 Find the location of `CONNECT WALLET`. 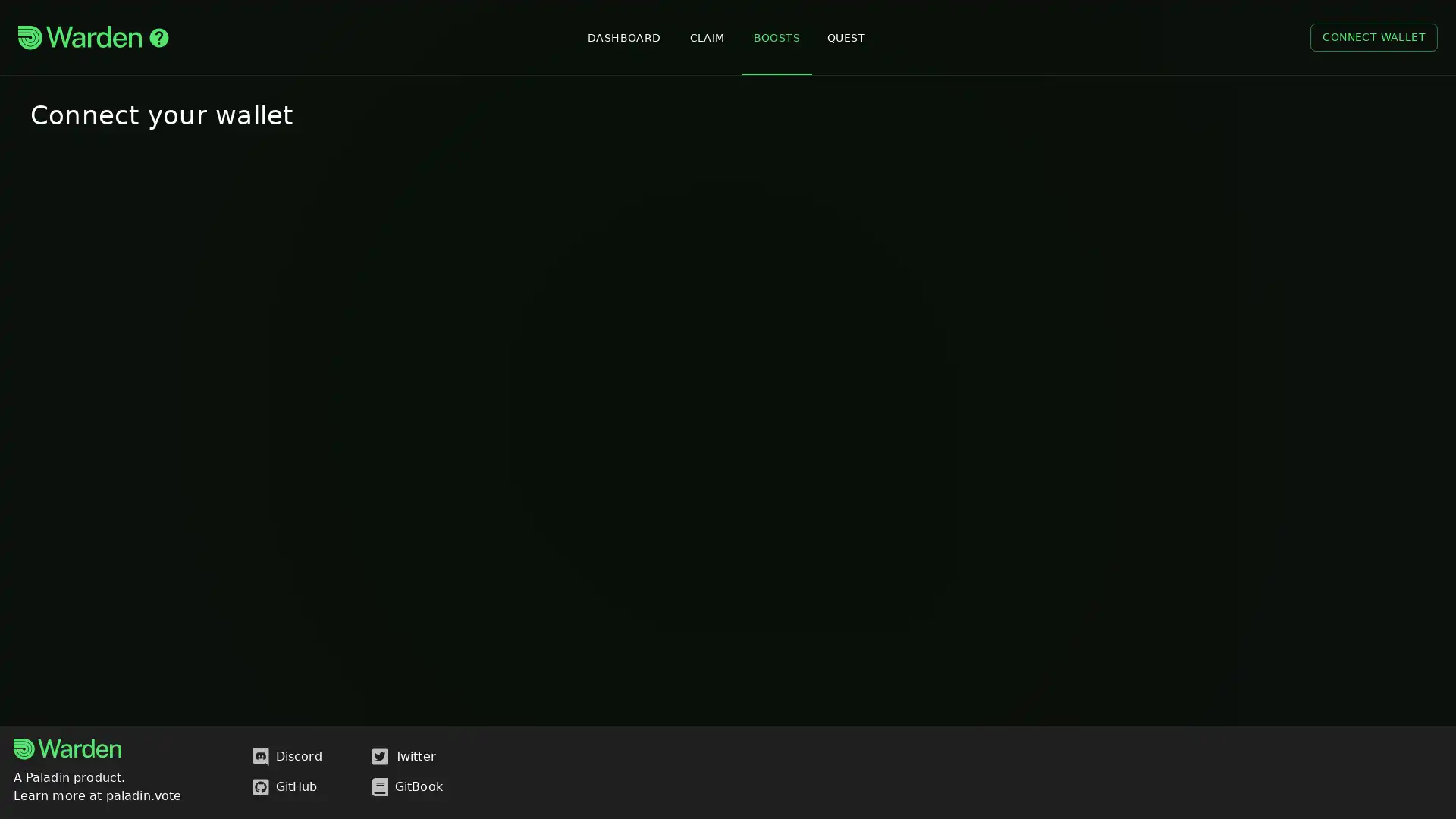

CONNECT WALLET is located at coordinates (1373, 36).